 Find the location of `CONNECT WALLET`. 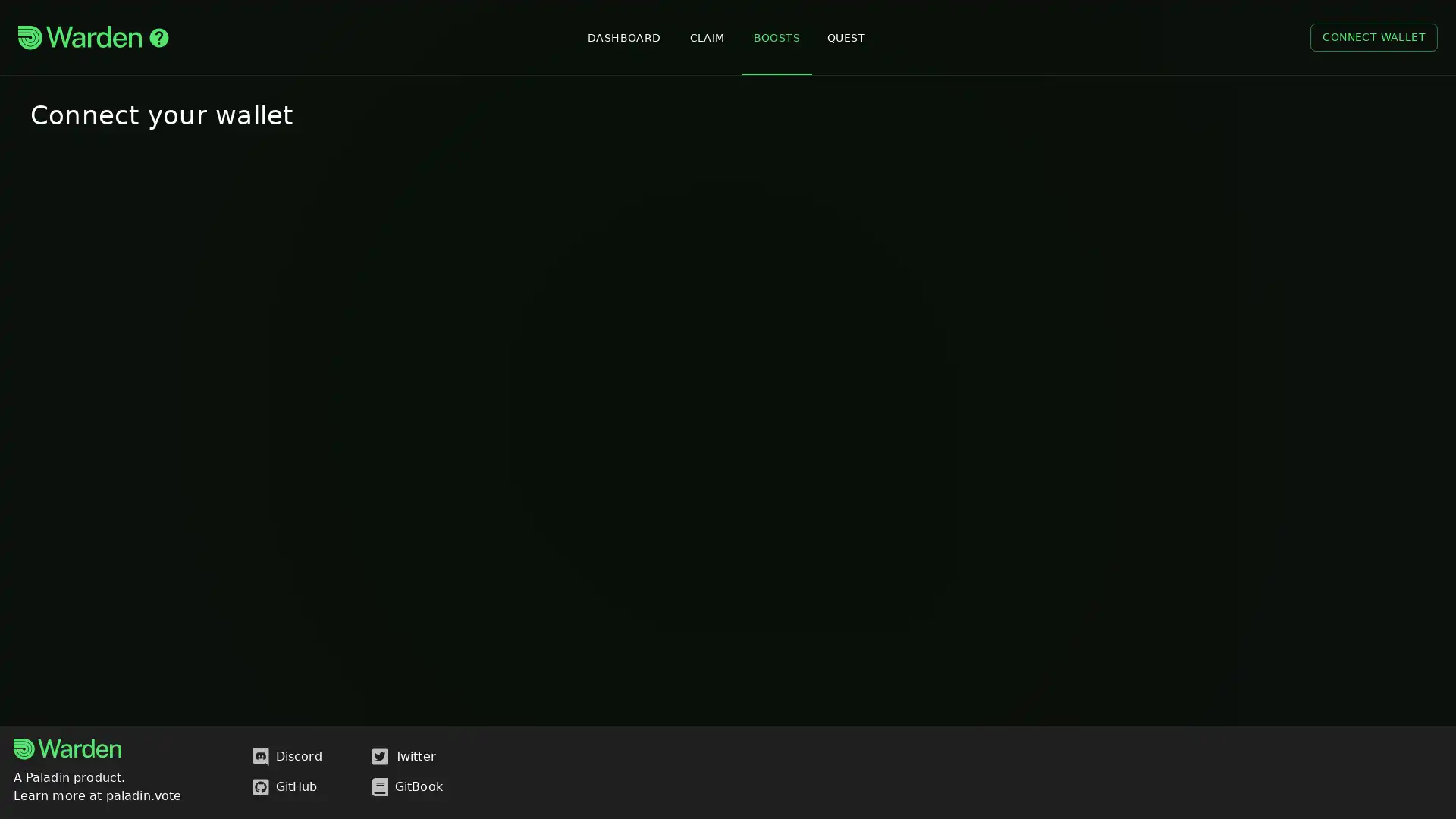

CONNECT WALLET is located at coordinates (1373, 36).